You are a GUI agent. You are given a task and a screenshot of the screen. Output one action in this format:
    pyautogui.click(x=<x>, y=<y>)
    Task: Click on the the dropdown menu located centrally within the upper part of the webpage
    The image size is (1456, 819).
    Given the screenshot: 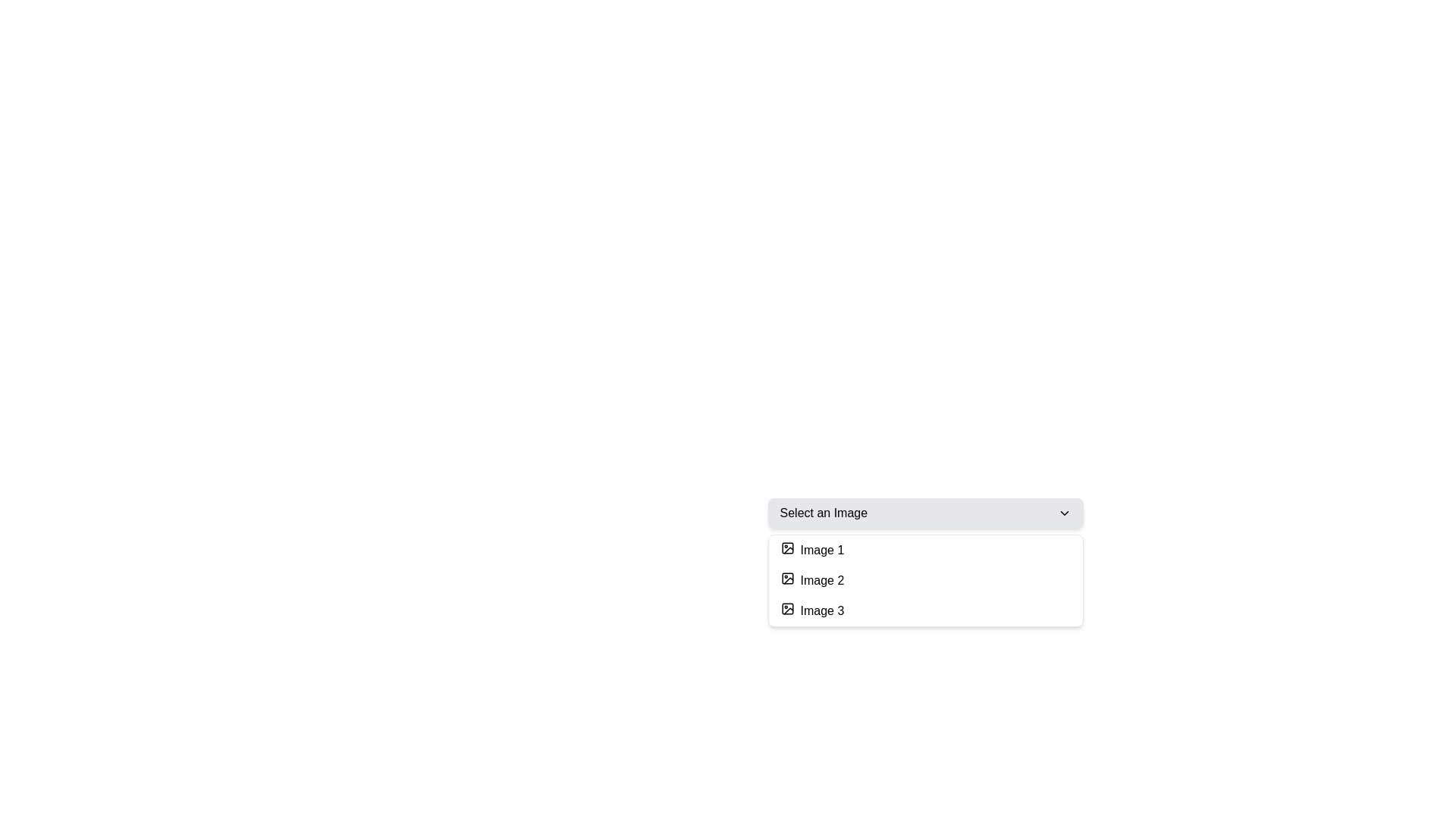 What is the action you would take?
    pyautogui.click(x=924, y=593)
    